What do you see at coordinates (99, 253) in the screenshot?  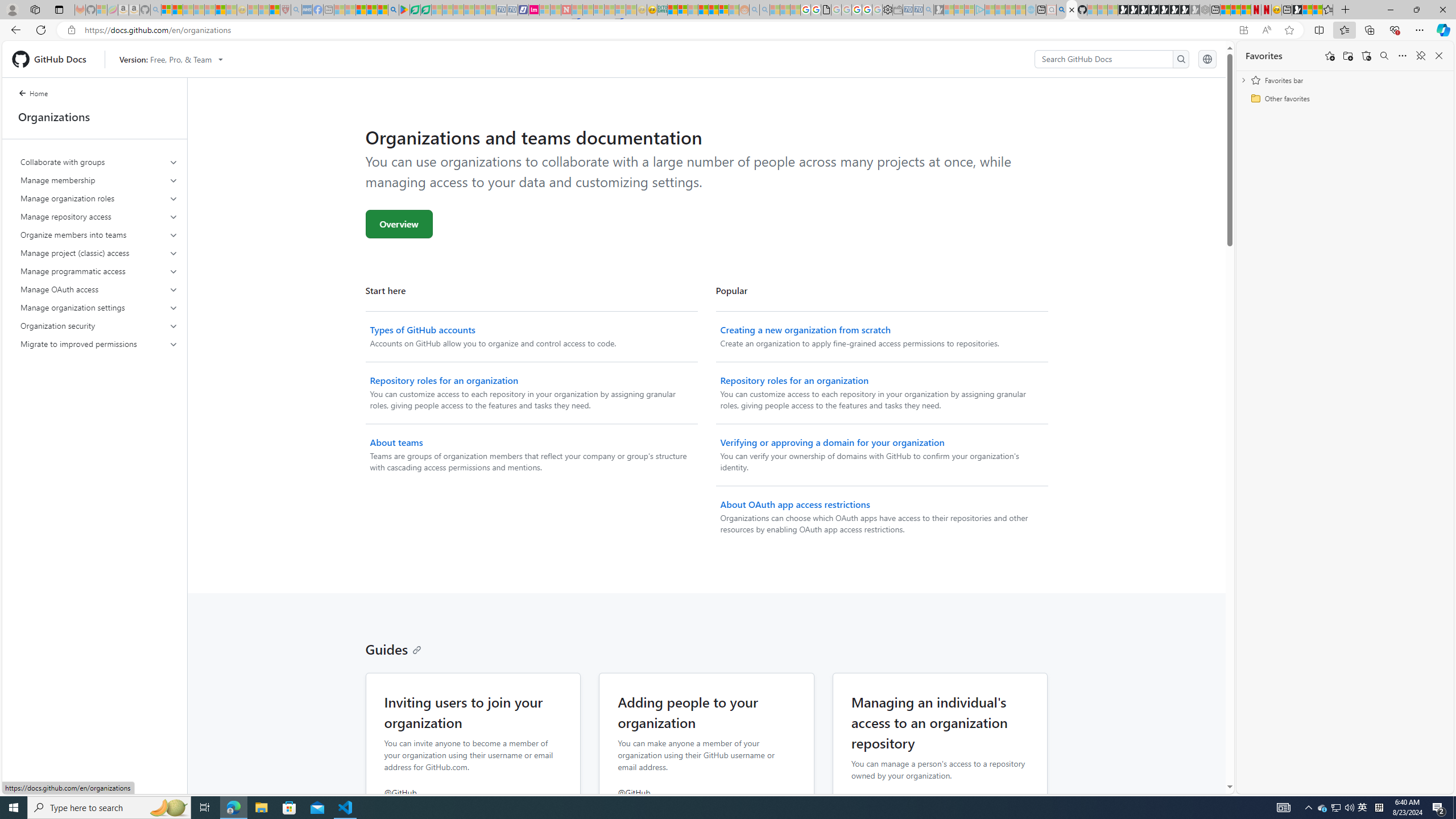 I see `'Manage project (classic) access'` at bounding box center [99, 253].